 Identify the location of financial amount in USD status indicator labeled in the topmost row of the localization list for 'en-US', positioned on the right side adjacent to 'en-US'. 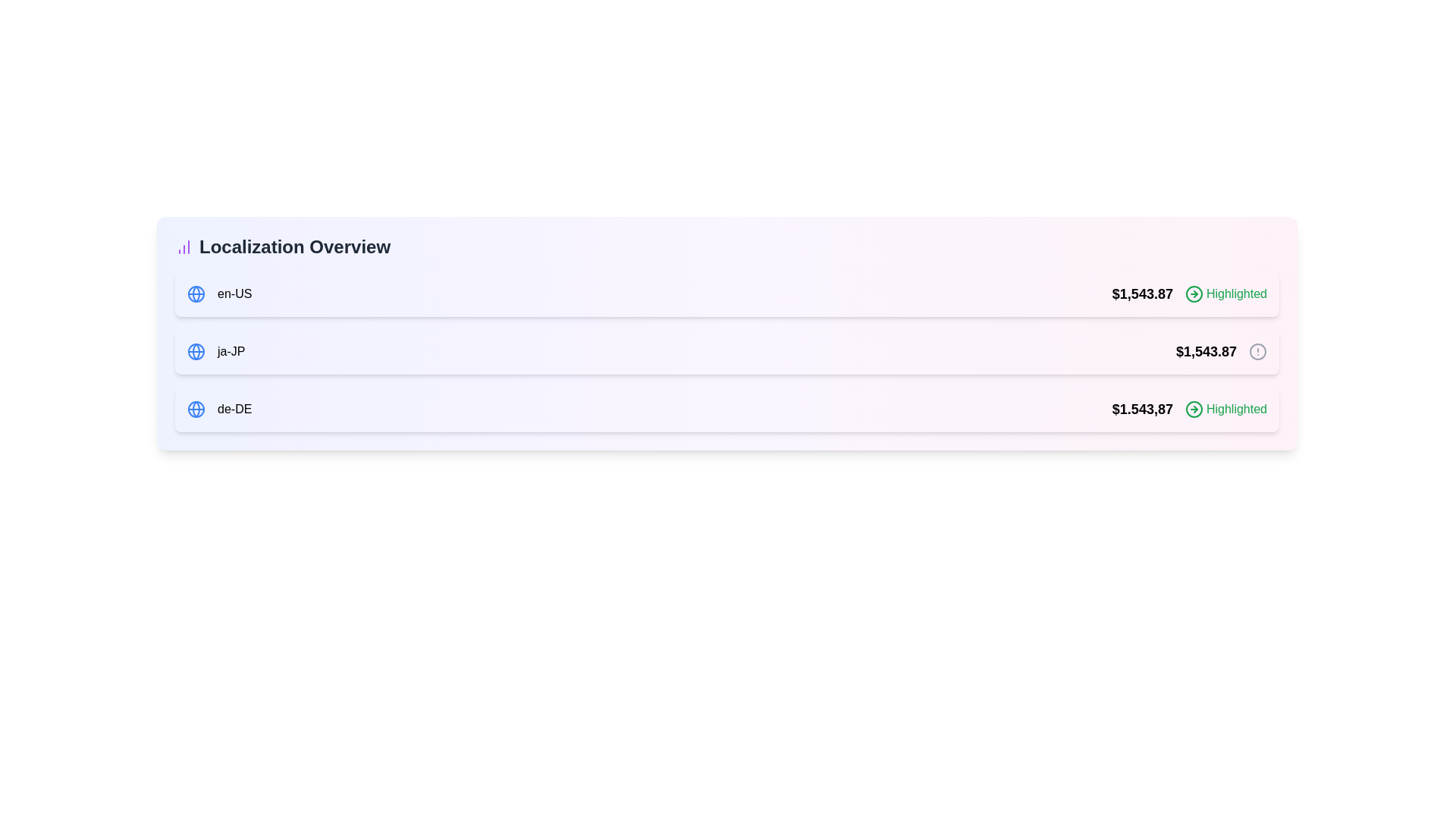
(1188, 294).